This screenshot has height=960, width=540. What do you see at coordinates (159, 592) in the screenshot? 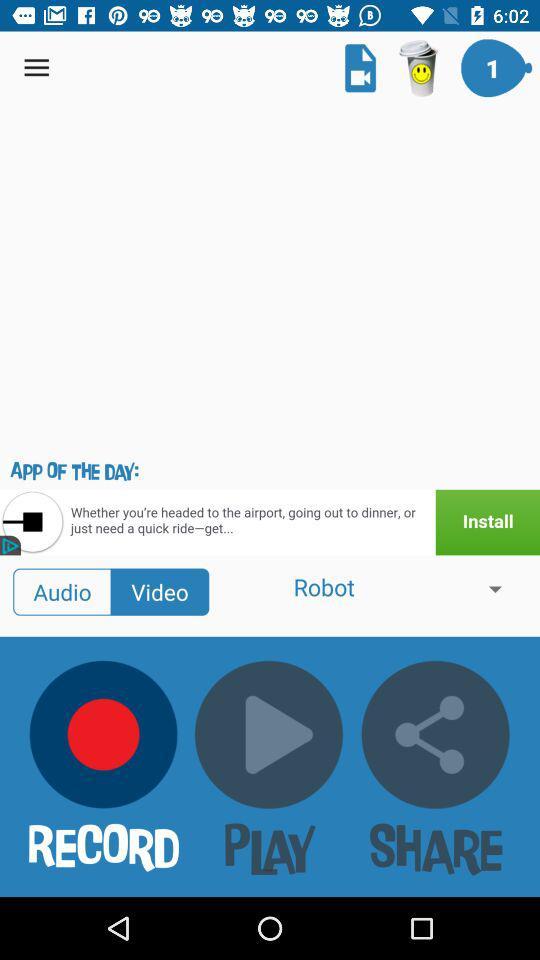
I see `the option video` at bounding box center [159, 592].